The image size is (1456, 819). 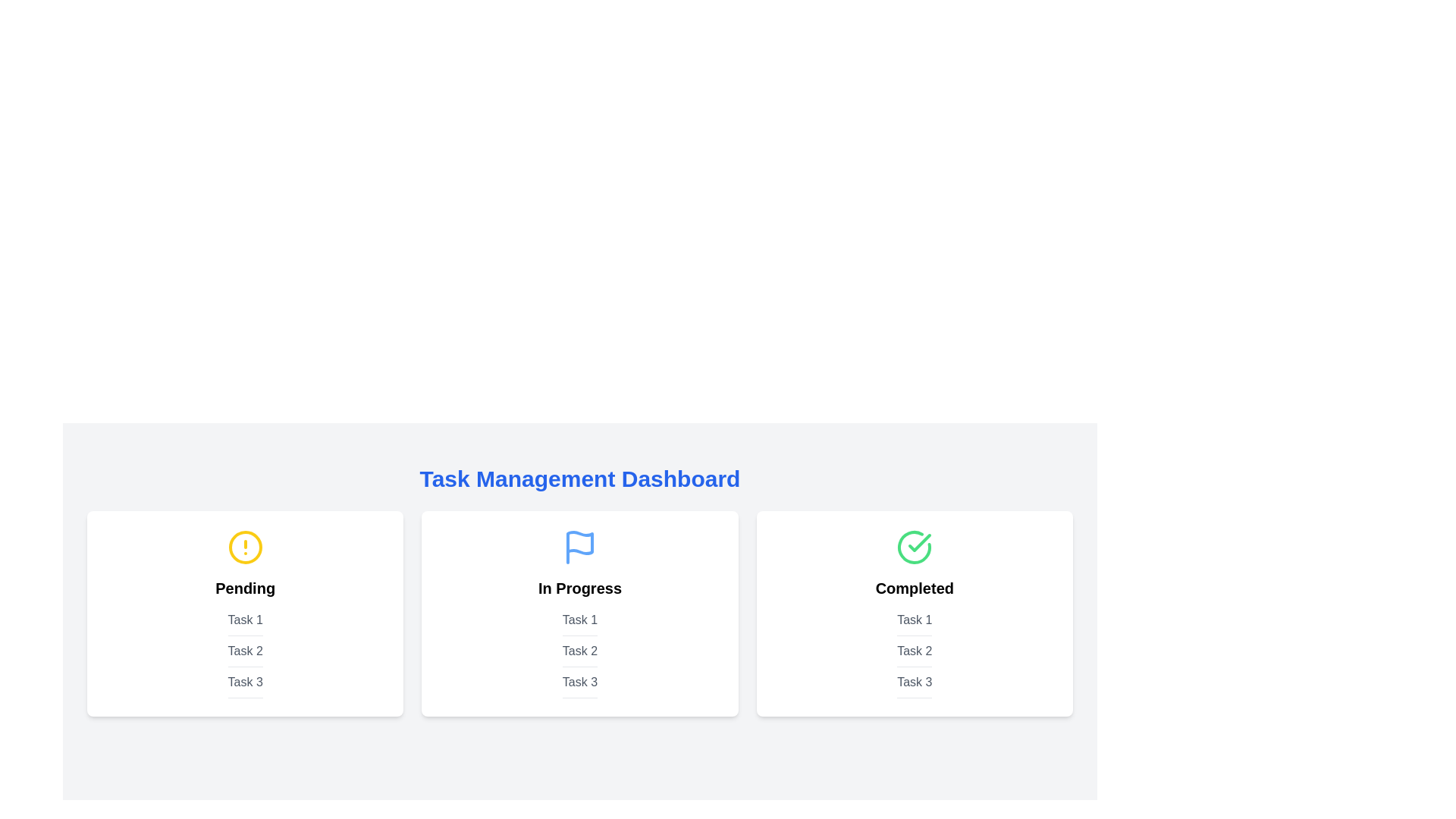 I want to click on the read-only text list displaying completed tasks located in the 'Completed' section, centrally positioned beneath the green check icon and 'Completed' header, so click(x=914, y=654).